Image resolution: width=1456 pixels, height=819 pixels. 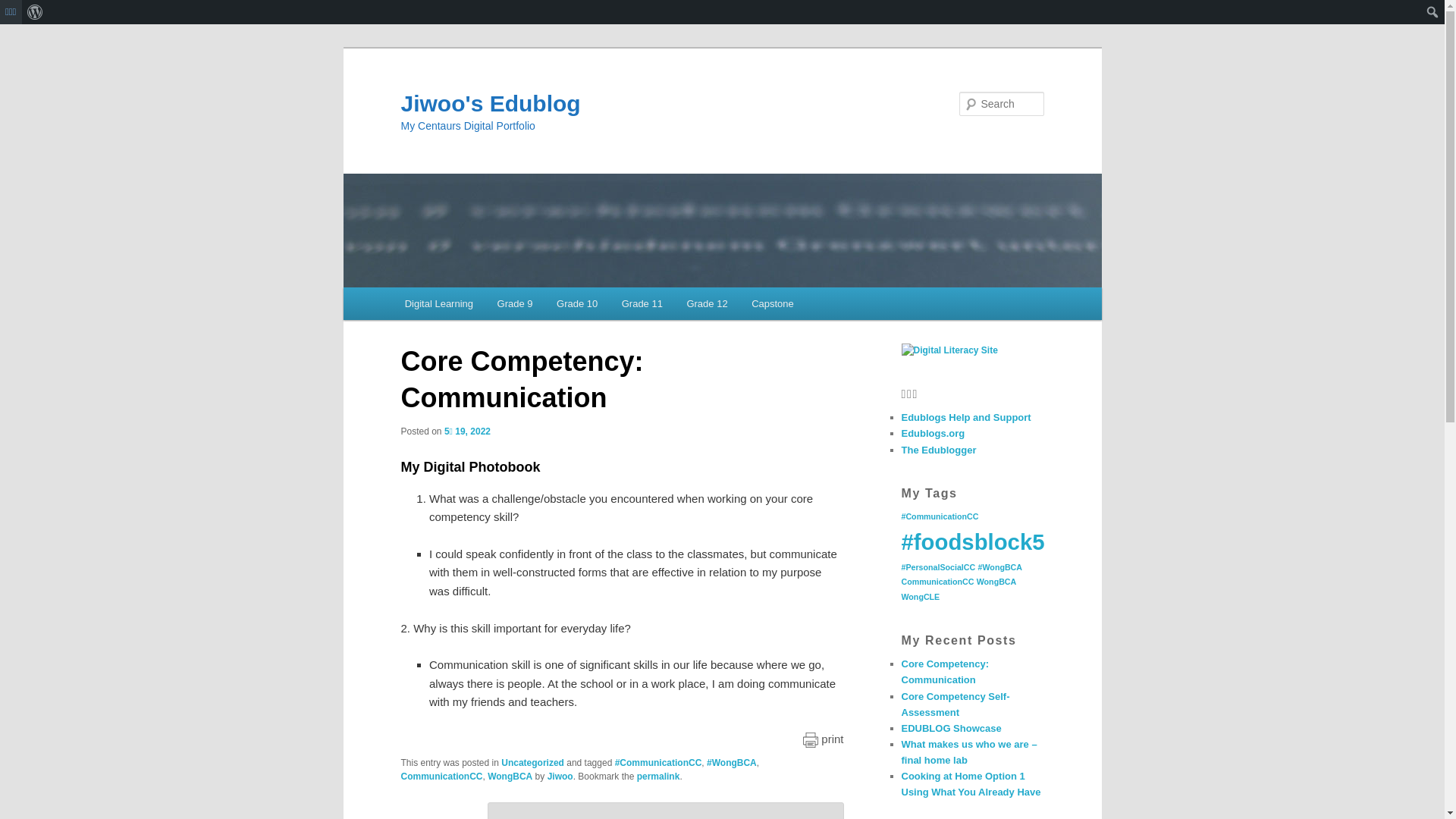 I want to click on 'Edublogs.org', so click(x=931, y=433).